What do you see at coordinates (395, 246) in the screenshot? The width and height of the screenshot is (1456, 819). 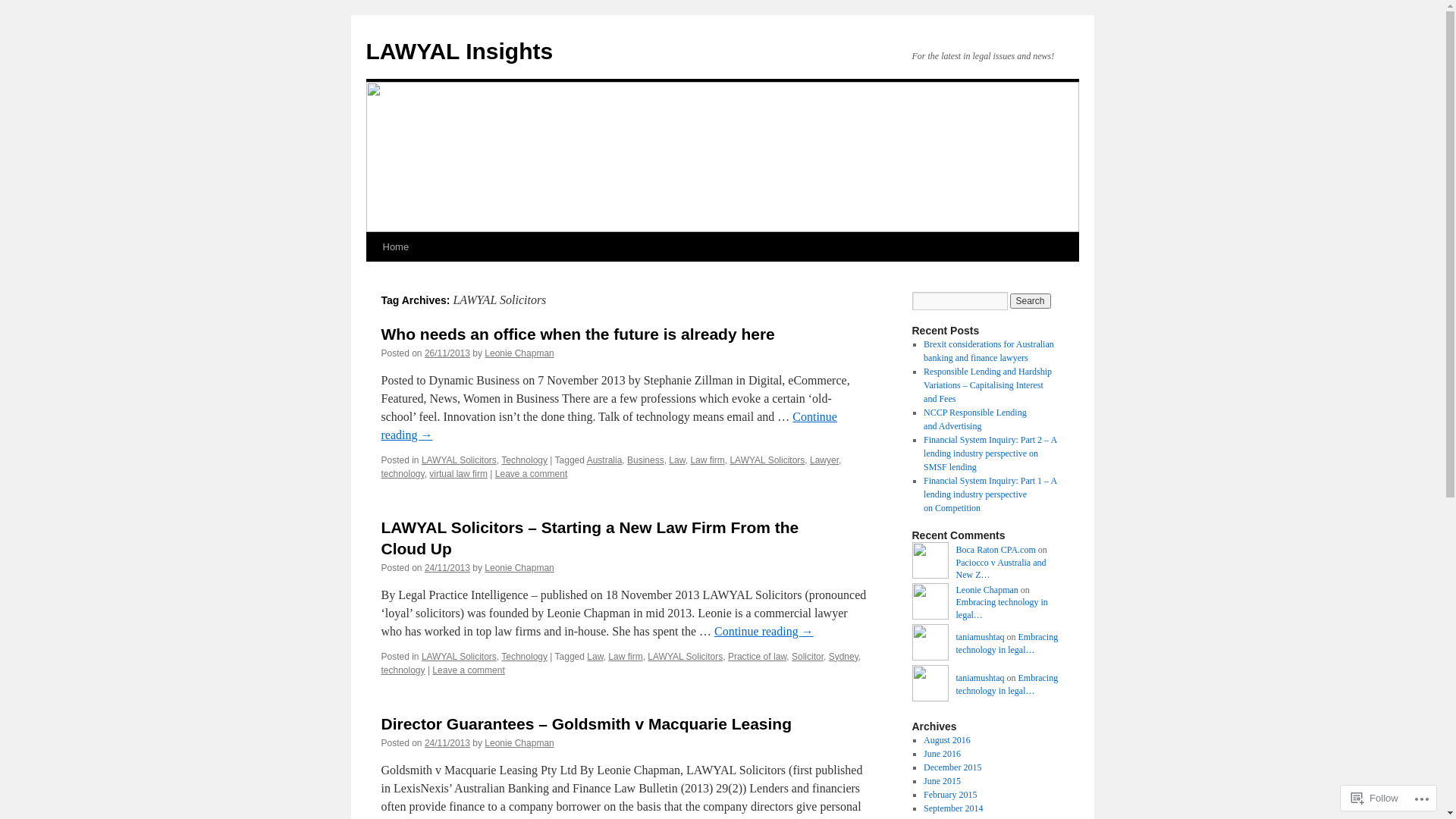 I see `'Home'` at bounding box center [395, 246].